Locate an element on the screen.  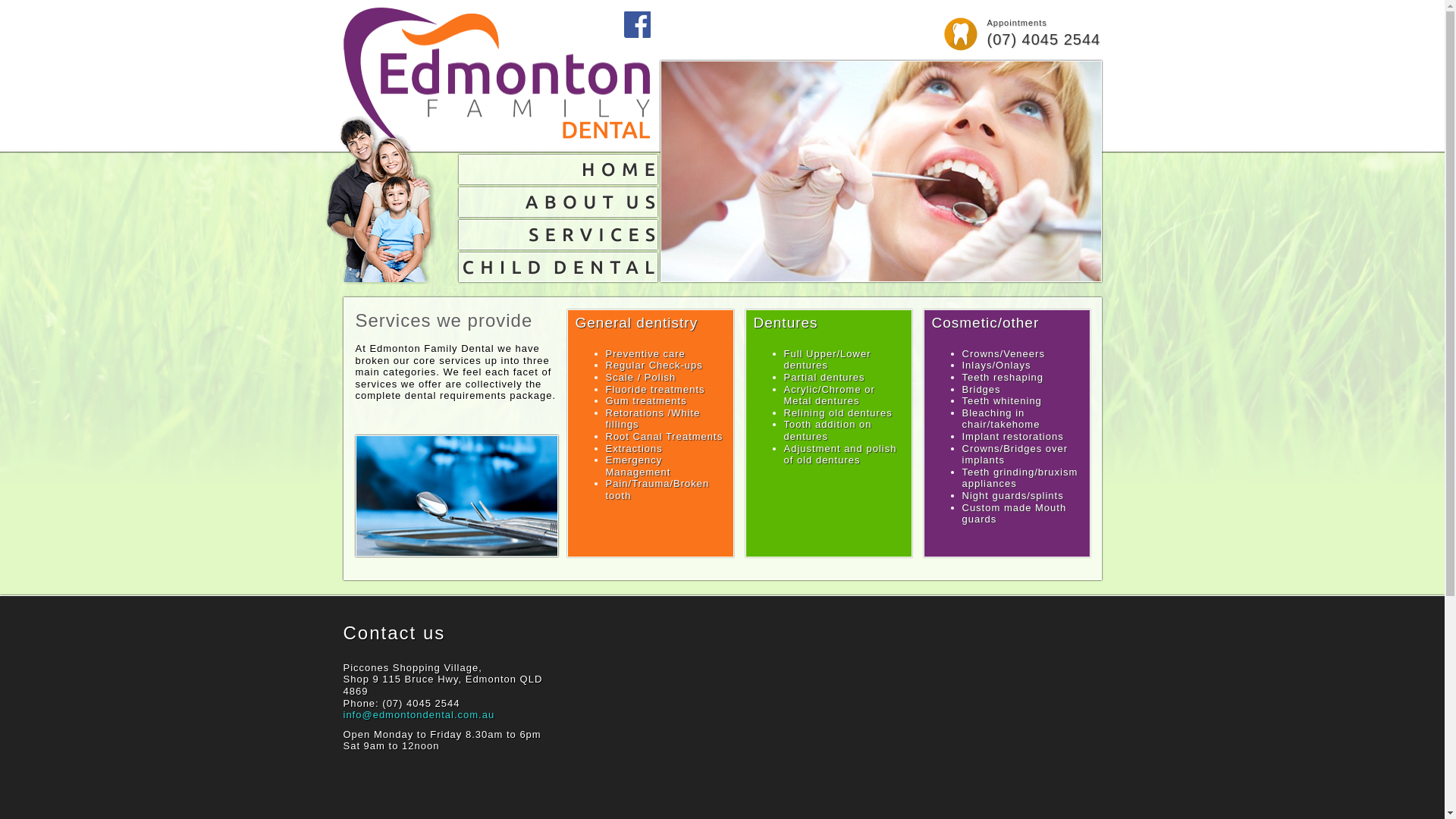
'info@edmontondental.com.au' is located at coordinates (419, 714).